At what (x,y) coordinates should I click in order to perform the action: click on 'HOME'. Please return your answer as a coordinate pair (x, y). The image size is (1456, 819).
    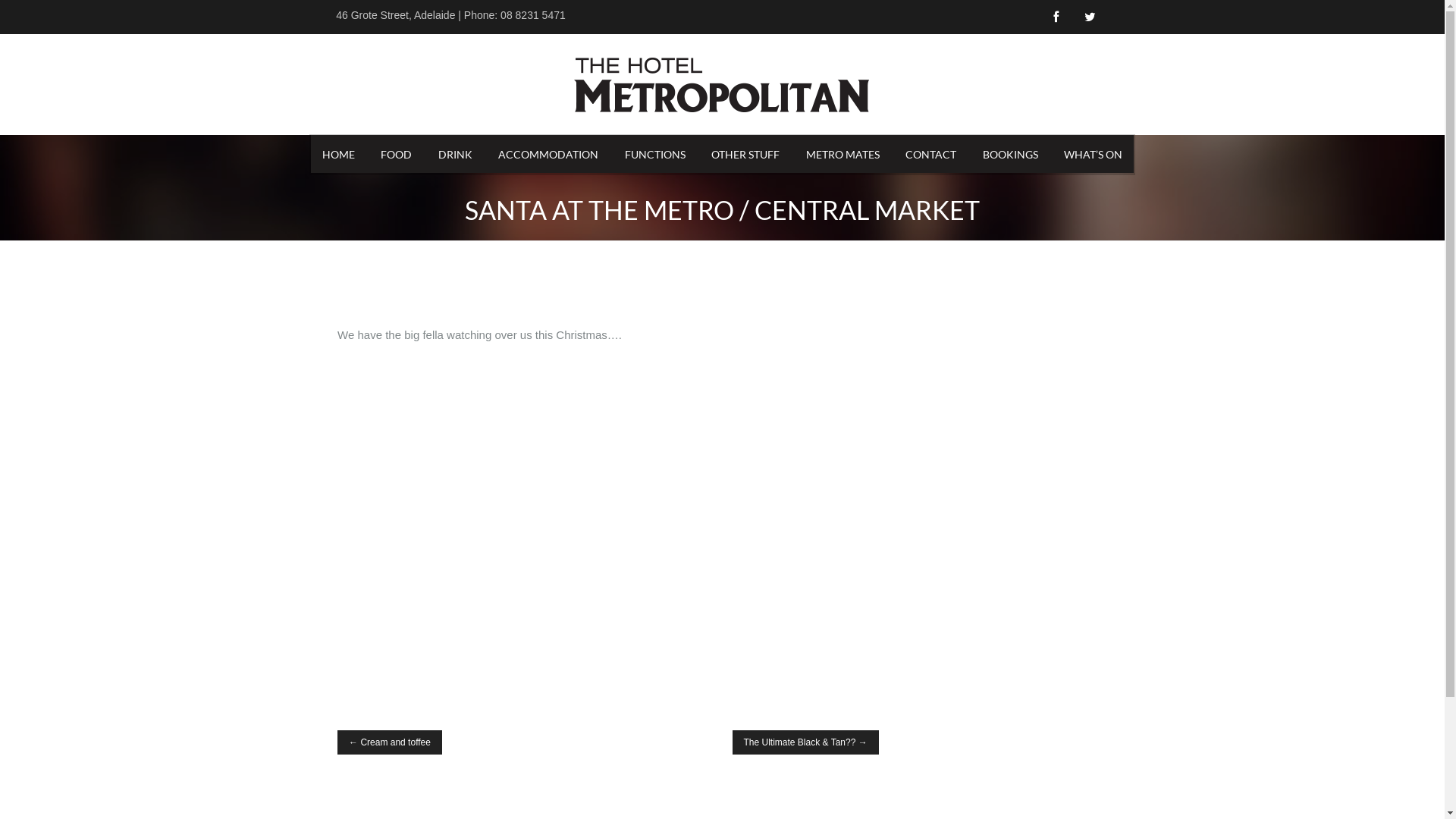
    Looking at the image, I should click on (337, 154).